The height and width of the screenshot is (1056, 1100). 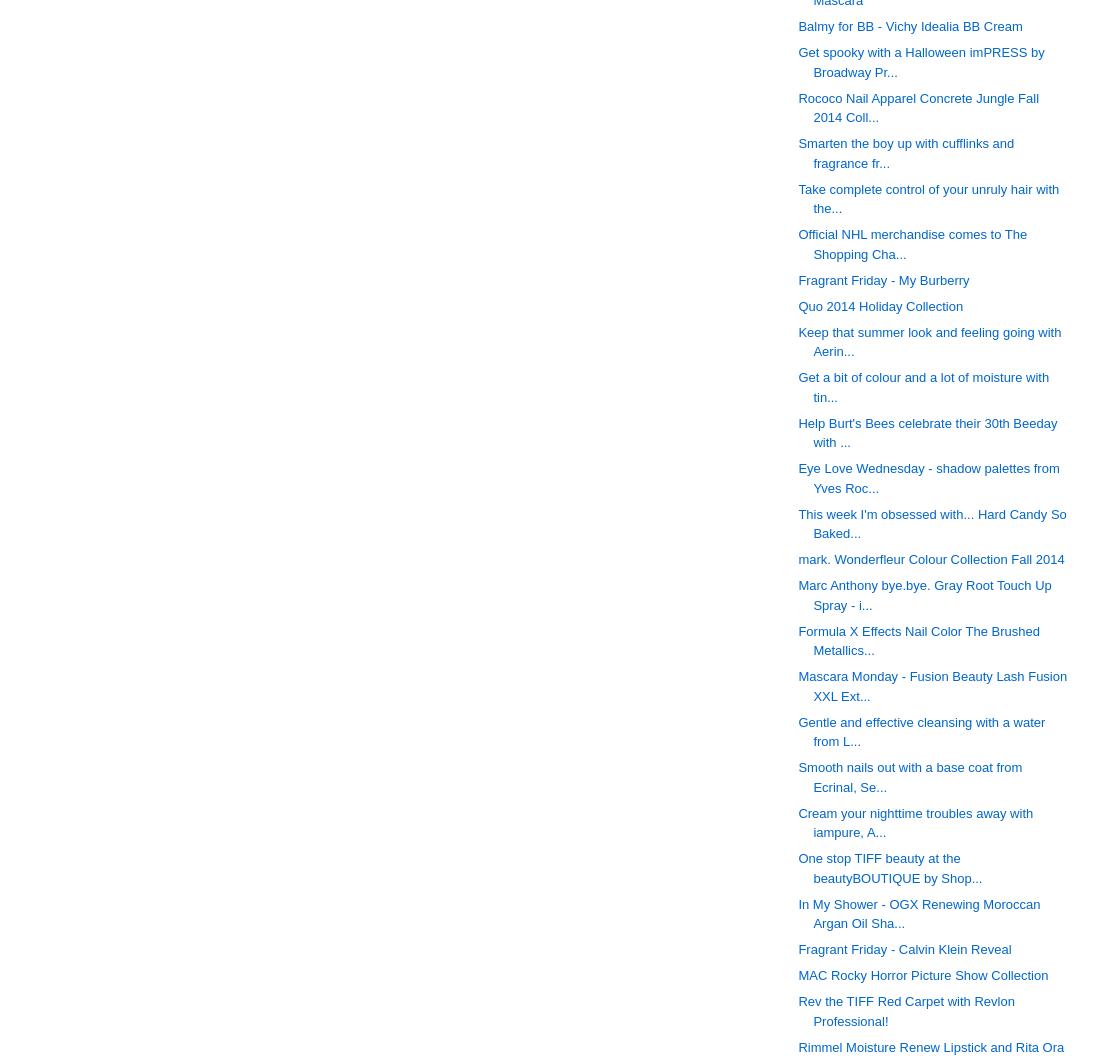 What do you see at coordinates (918, 106) in the screenshot?
I see `'Rococo Nail Apparel Concrete Jungle Fall 2014 Coll...'` at bounding box center [918, 106].